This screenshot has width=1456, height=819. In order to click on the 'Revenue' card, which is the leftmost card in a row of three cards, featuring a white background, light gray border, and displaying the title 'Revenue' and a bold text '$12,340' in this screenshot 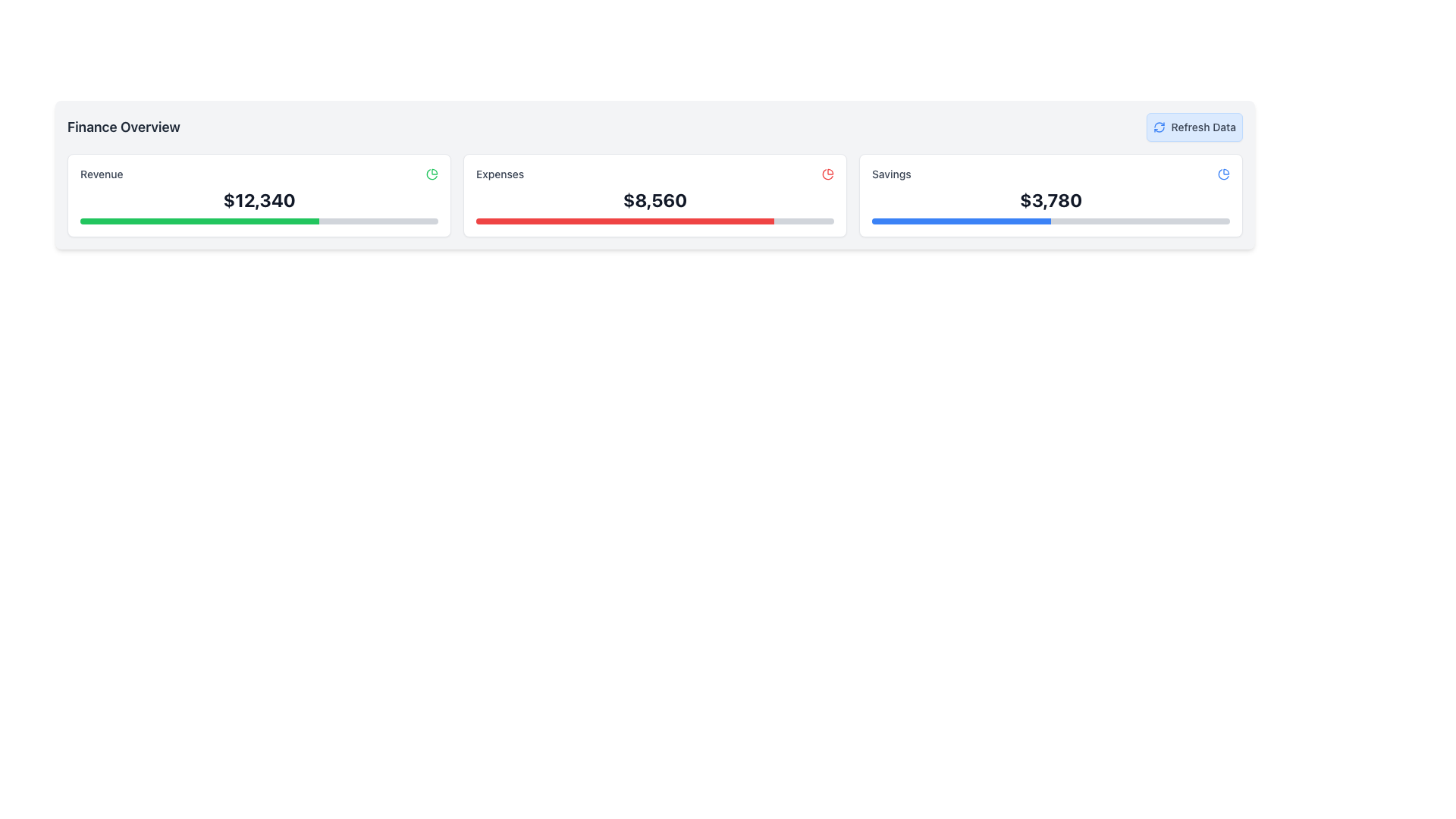, I will do `click(259, 195)`.